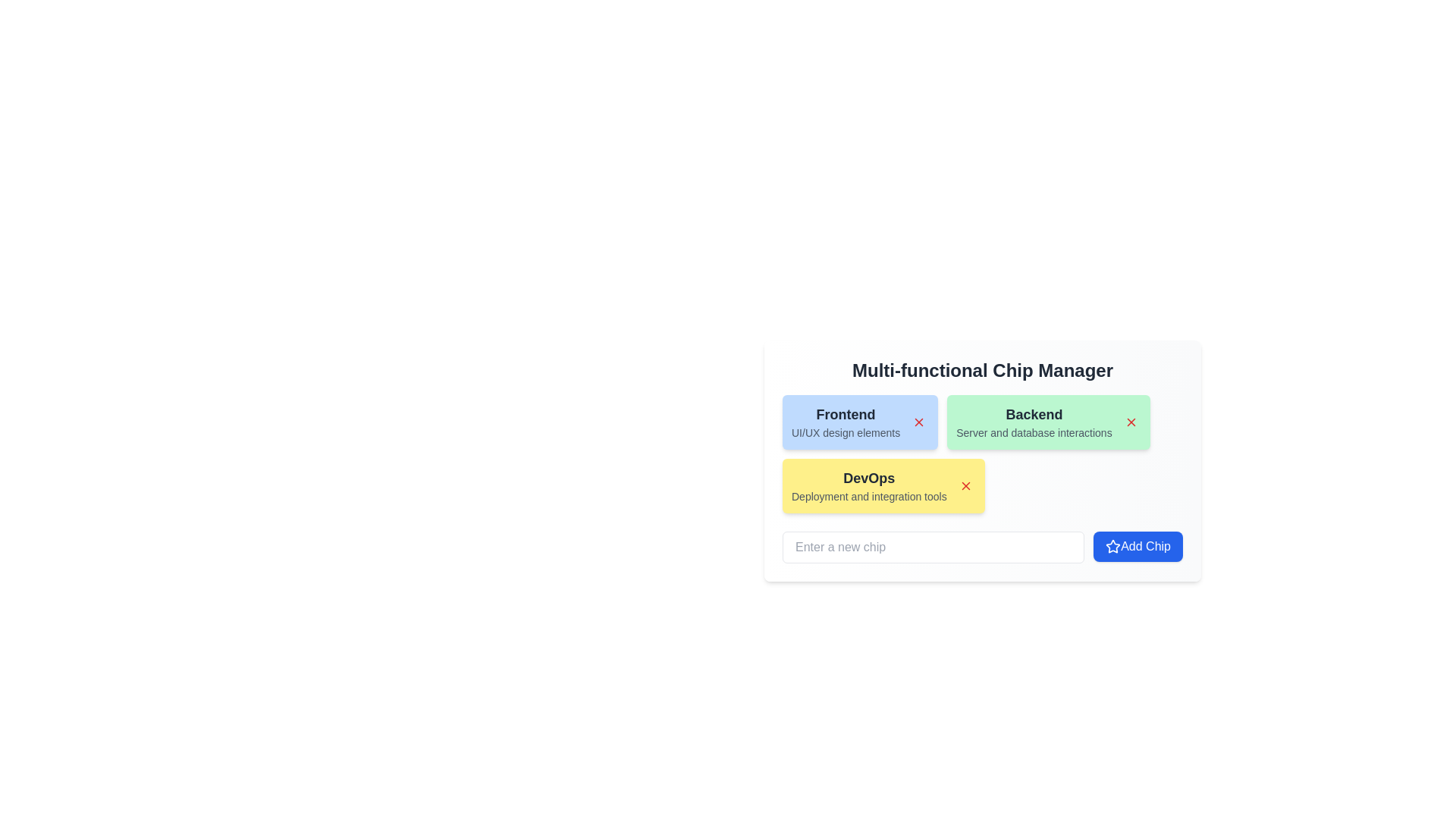  I want to click on the 'Add Chip' button with a blue background and white text, so click(1138, 547).